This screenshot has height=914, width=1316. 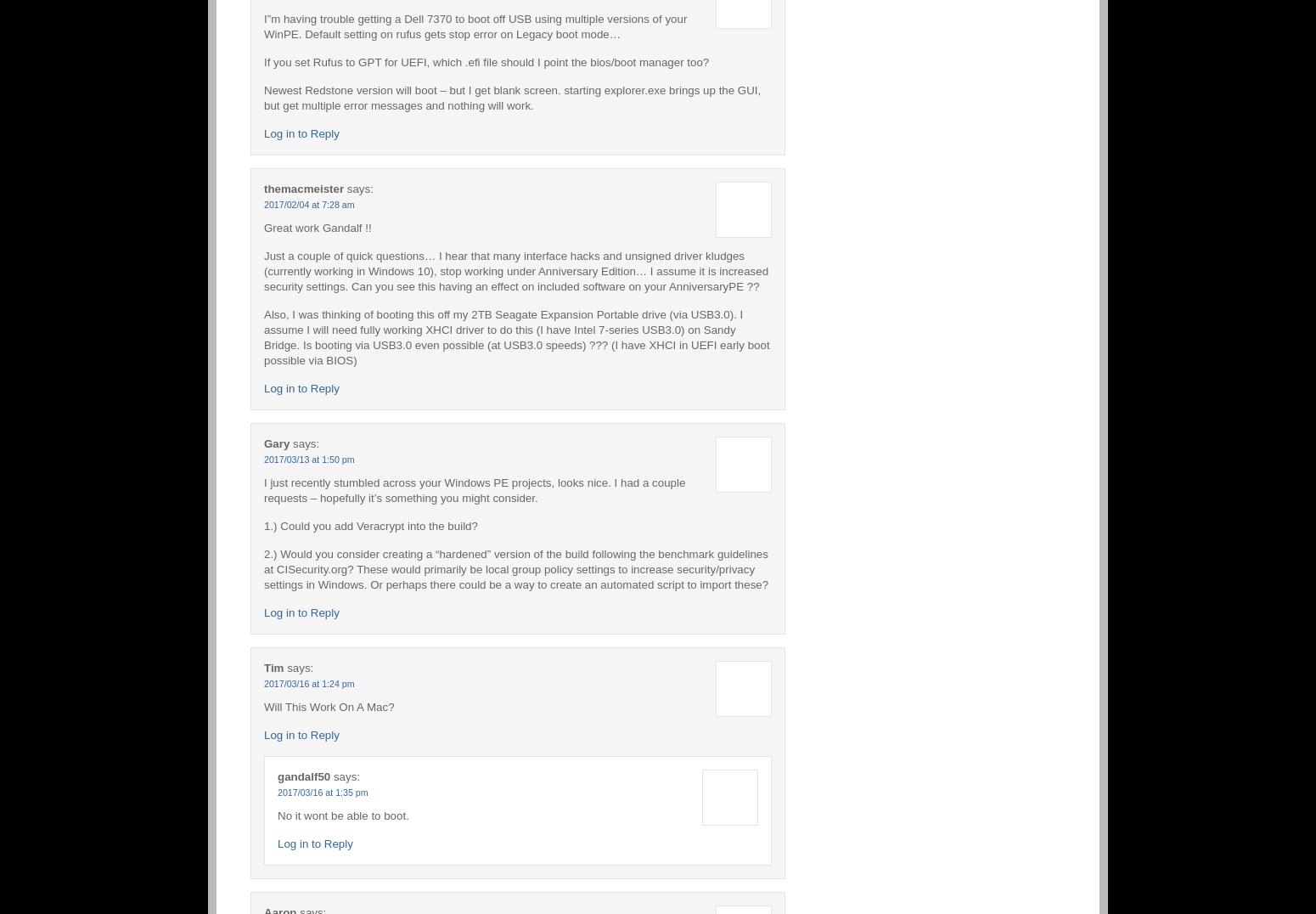 I want to click on 'I just recently stumbled across your Windows PE projects, looks nice.  I had a couple requests – hopefully it’s something you might consider.', so click(x=474, y=488).